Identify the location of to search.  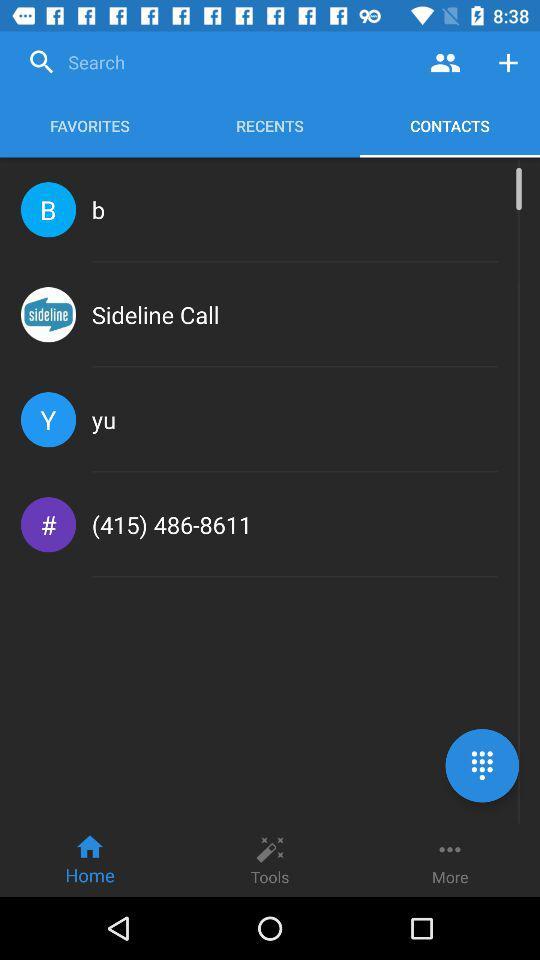
(216, 62).